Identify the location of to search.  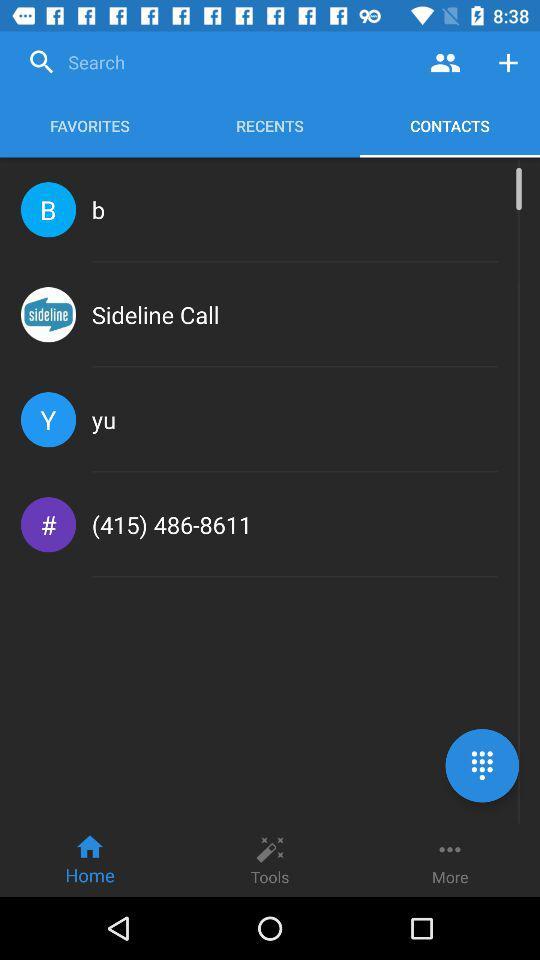
(216, 62).